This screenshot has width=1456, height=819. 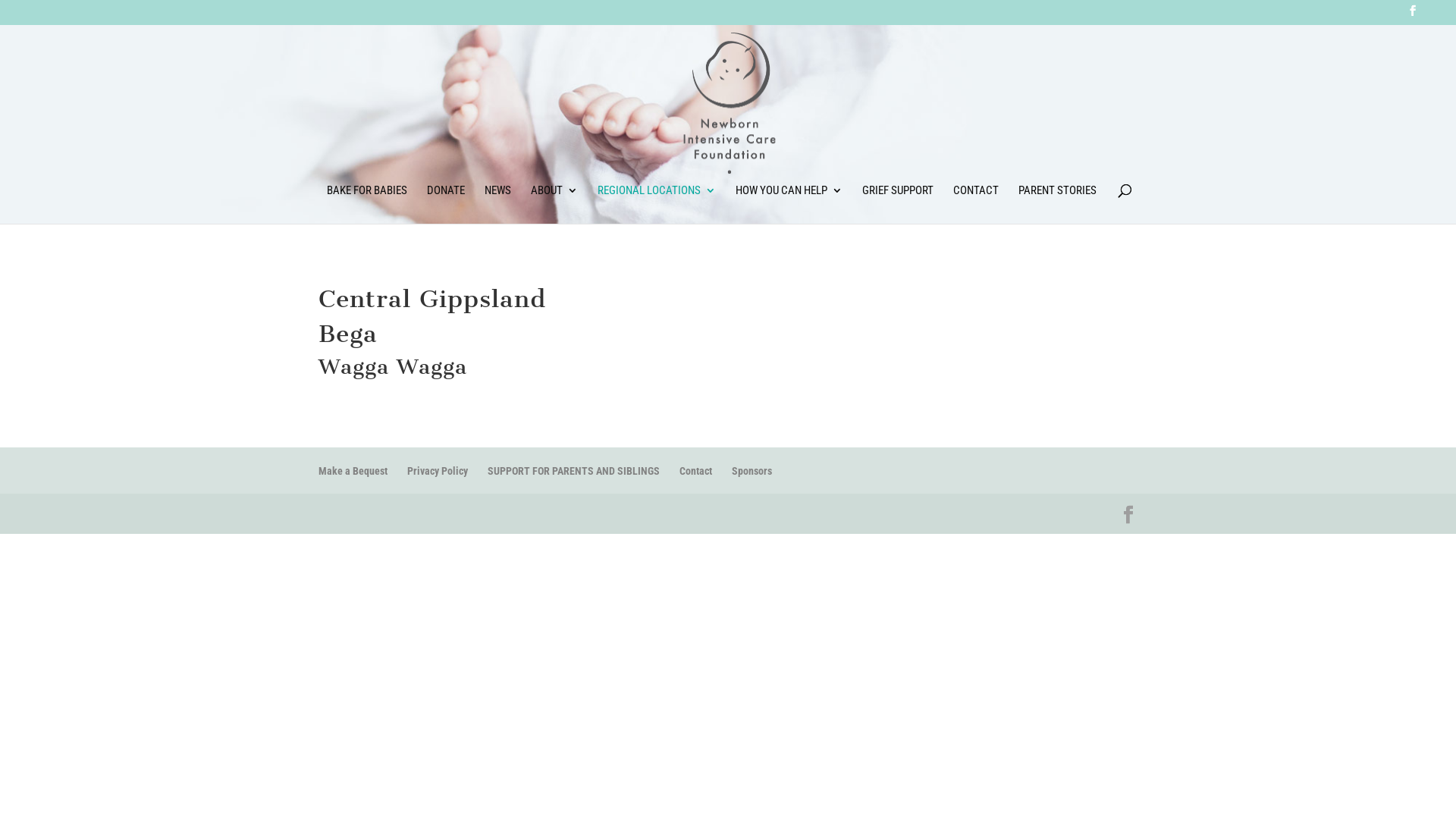 I want to click on 'NEWS', so click(x=483, y=203).